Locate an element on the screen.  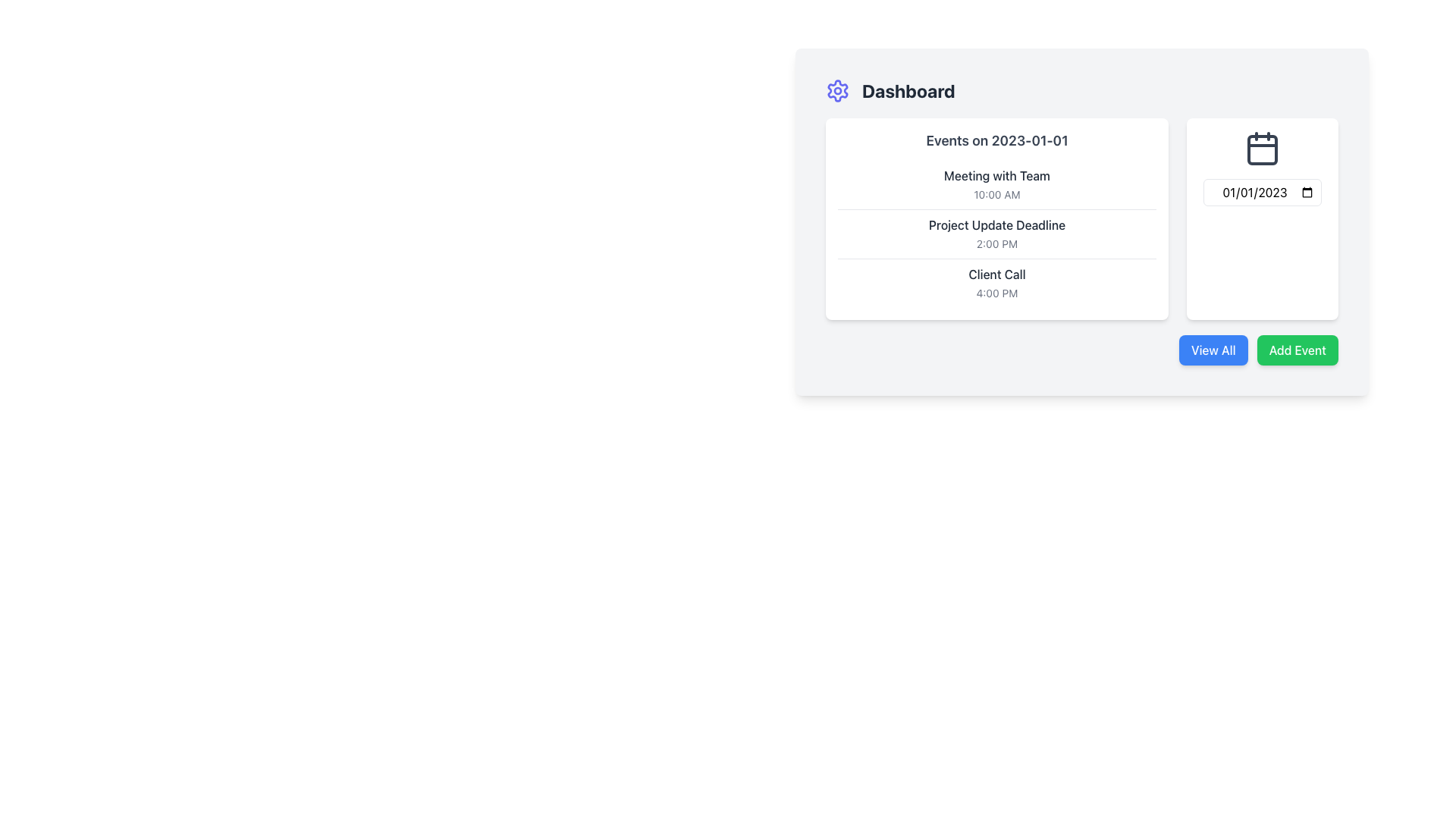
the Date Input Field to interact via keyboard or invoke the date picker is located at coordinates (1263, 192).